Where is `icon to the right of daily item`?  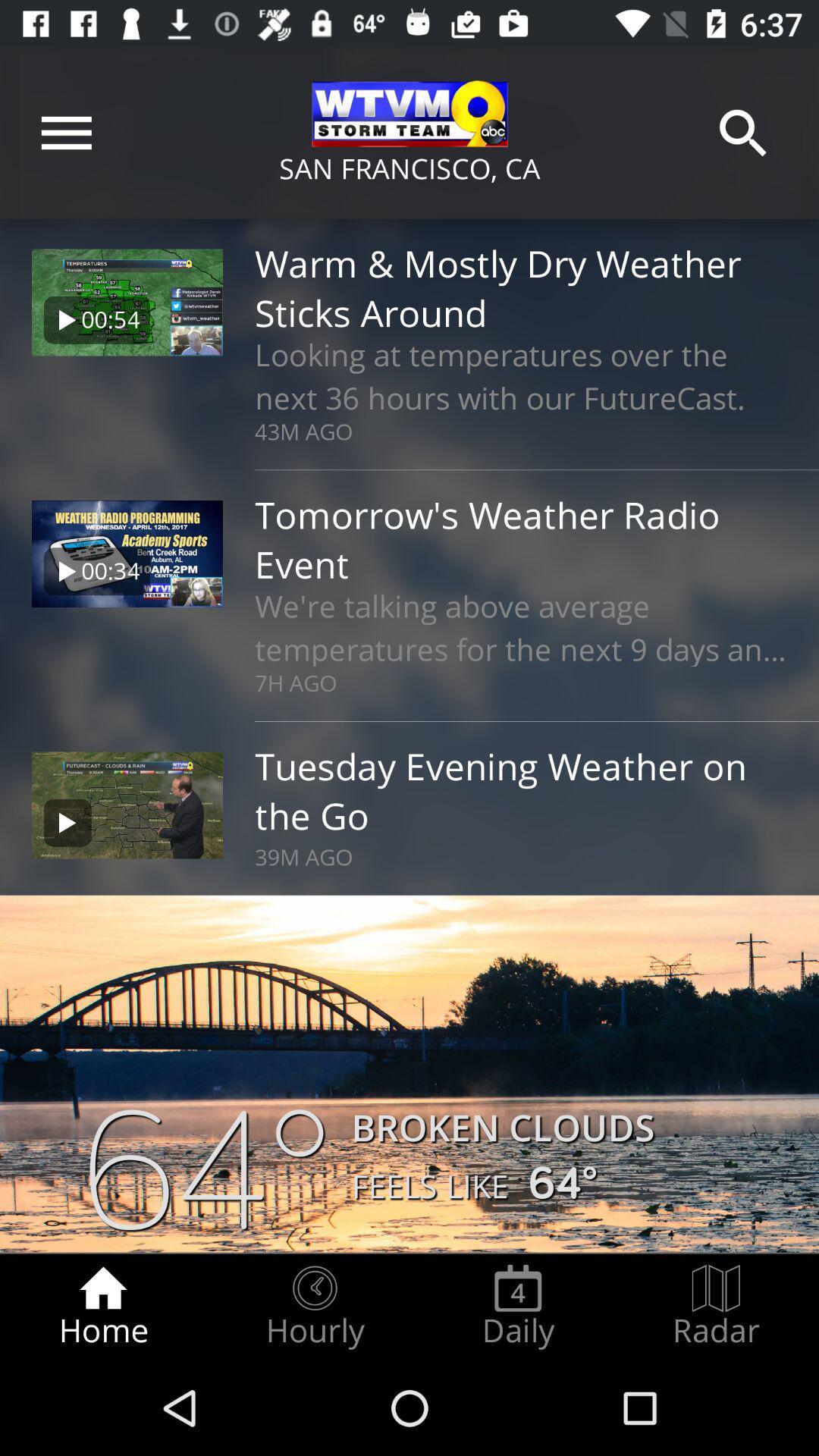
icon to the right of daily item is located at coordinates (716, 1306).